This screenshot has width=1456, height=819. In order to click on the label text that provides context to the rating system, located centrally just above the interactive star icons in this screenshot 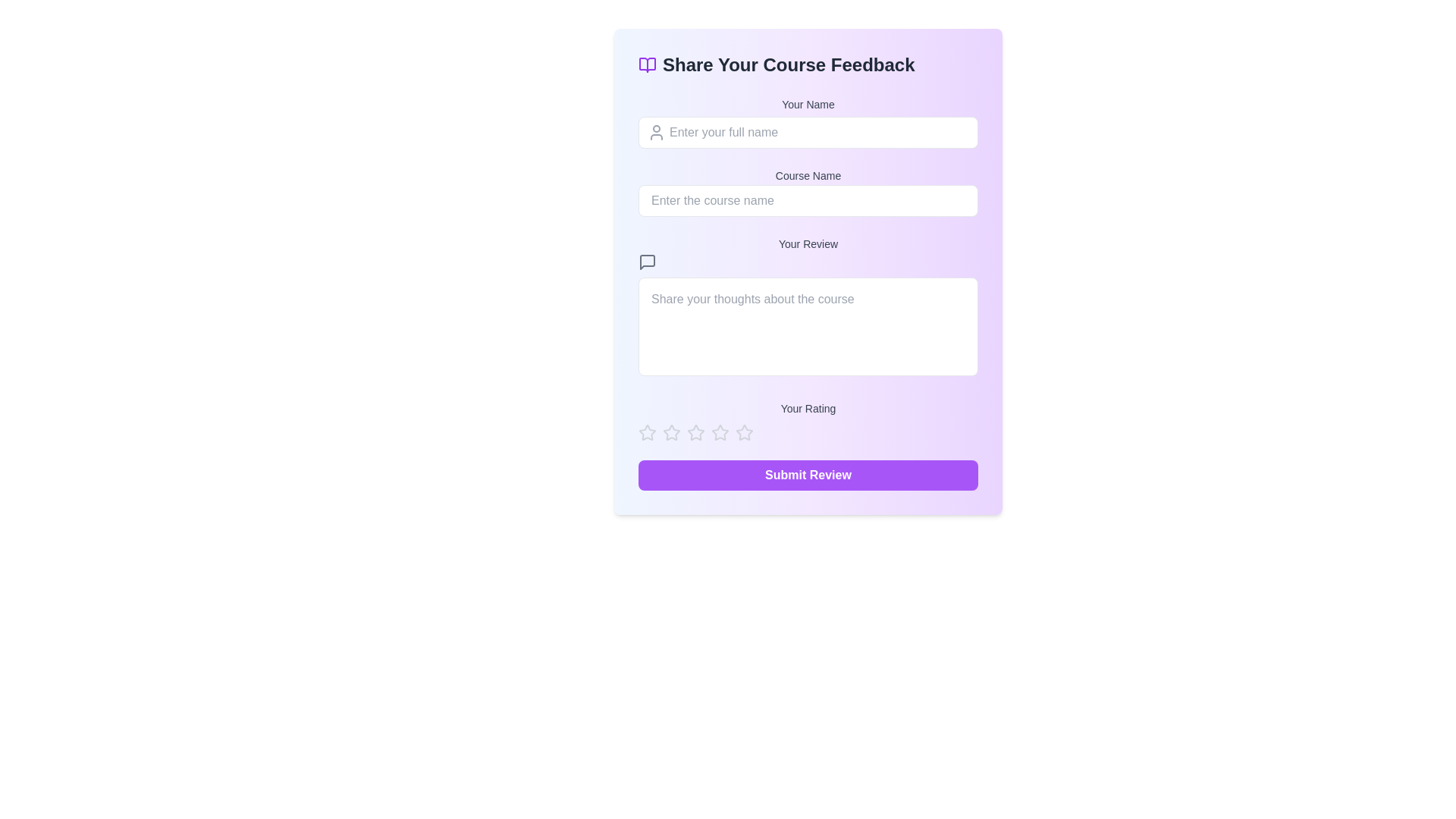, I will do `click(807, 408)`.